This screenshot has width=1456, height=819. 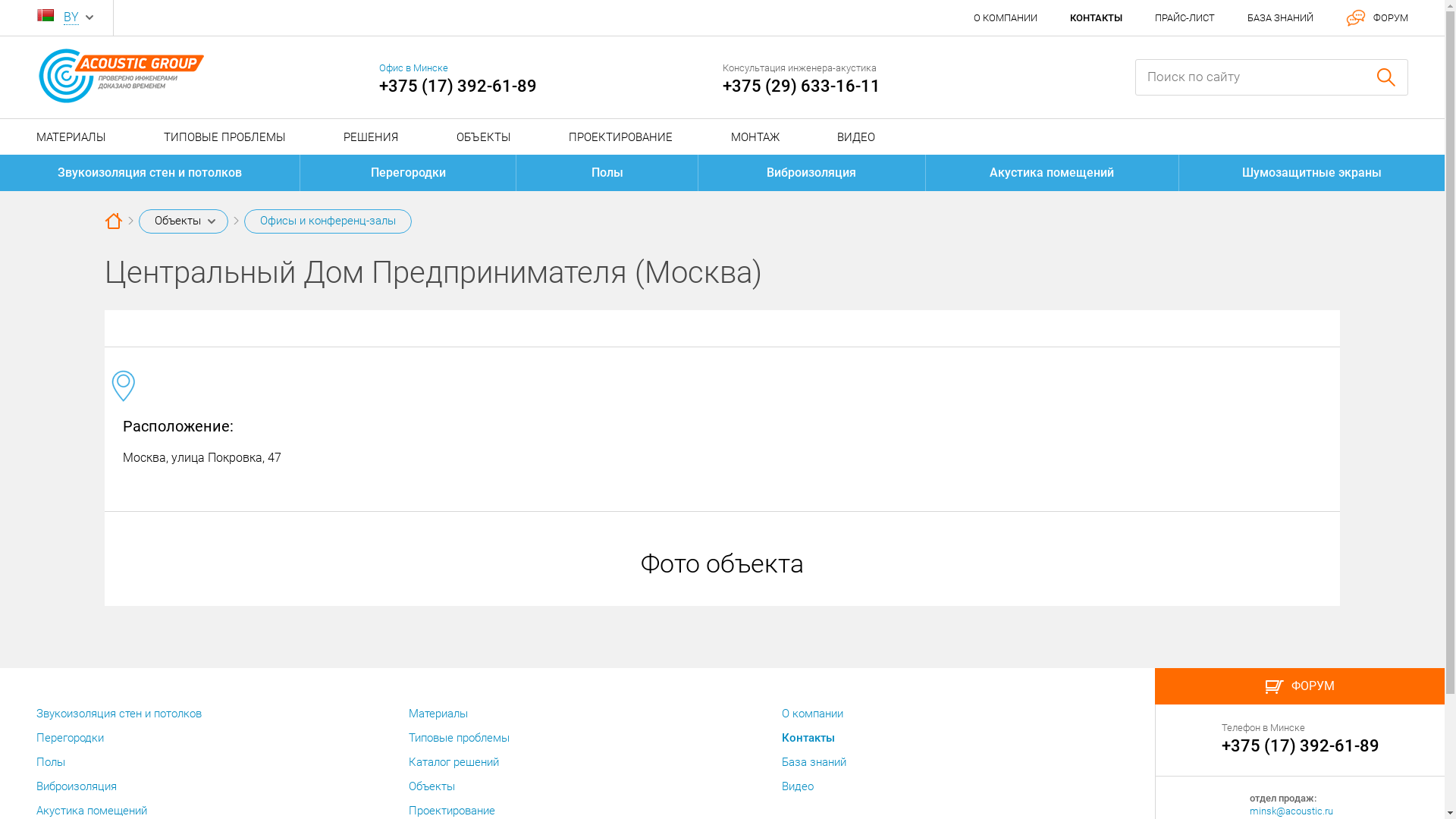 I want to click on 'minsk@acoustic.ru', so click(x=1291, y=810).